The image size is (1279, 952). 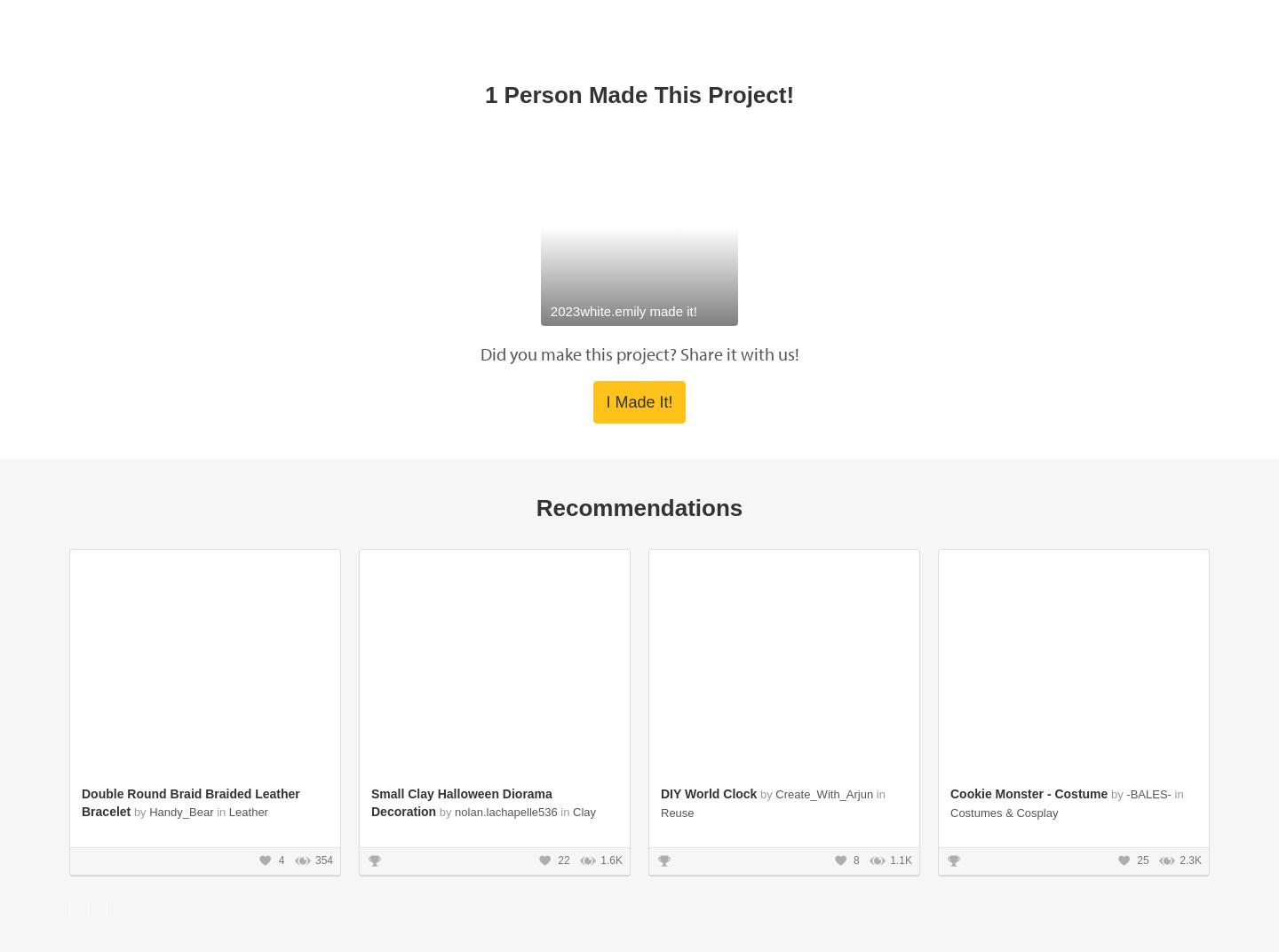 What do you see at coordinates (315, 748) in the screenshot?
I see `'Please be positive and constructive.'` at bounding box center [315, 748].